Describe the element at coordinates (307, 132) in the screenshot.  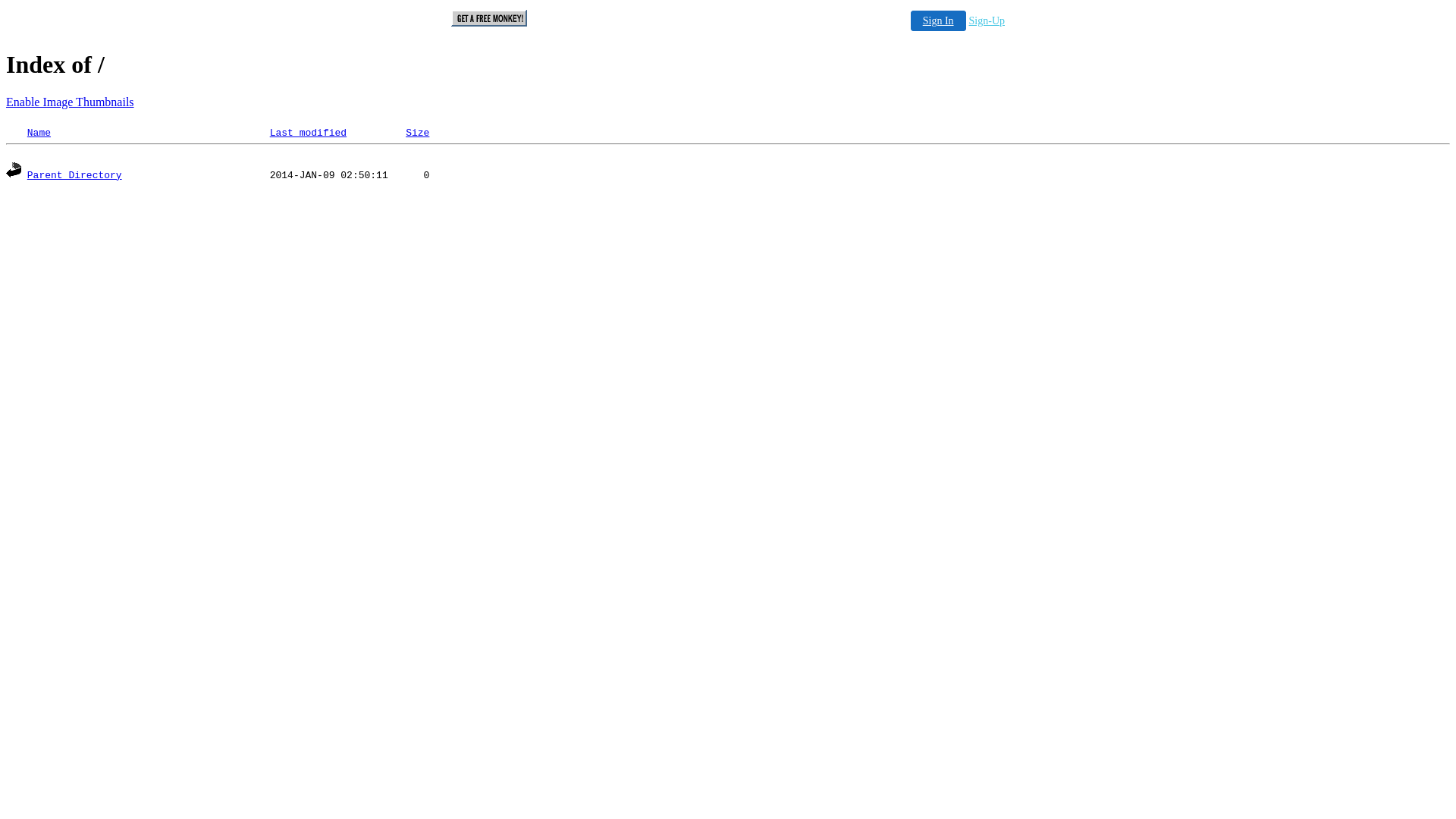
I see `'Last modified'` at that location.